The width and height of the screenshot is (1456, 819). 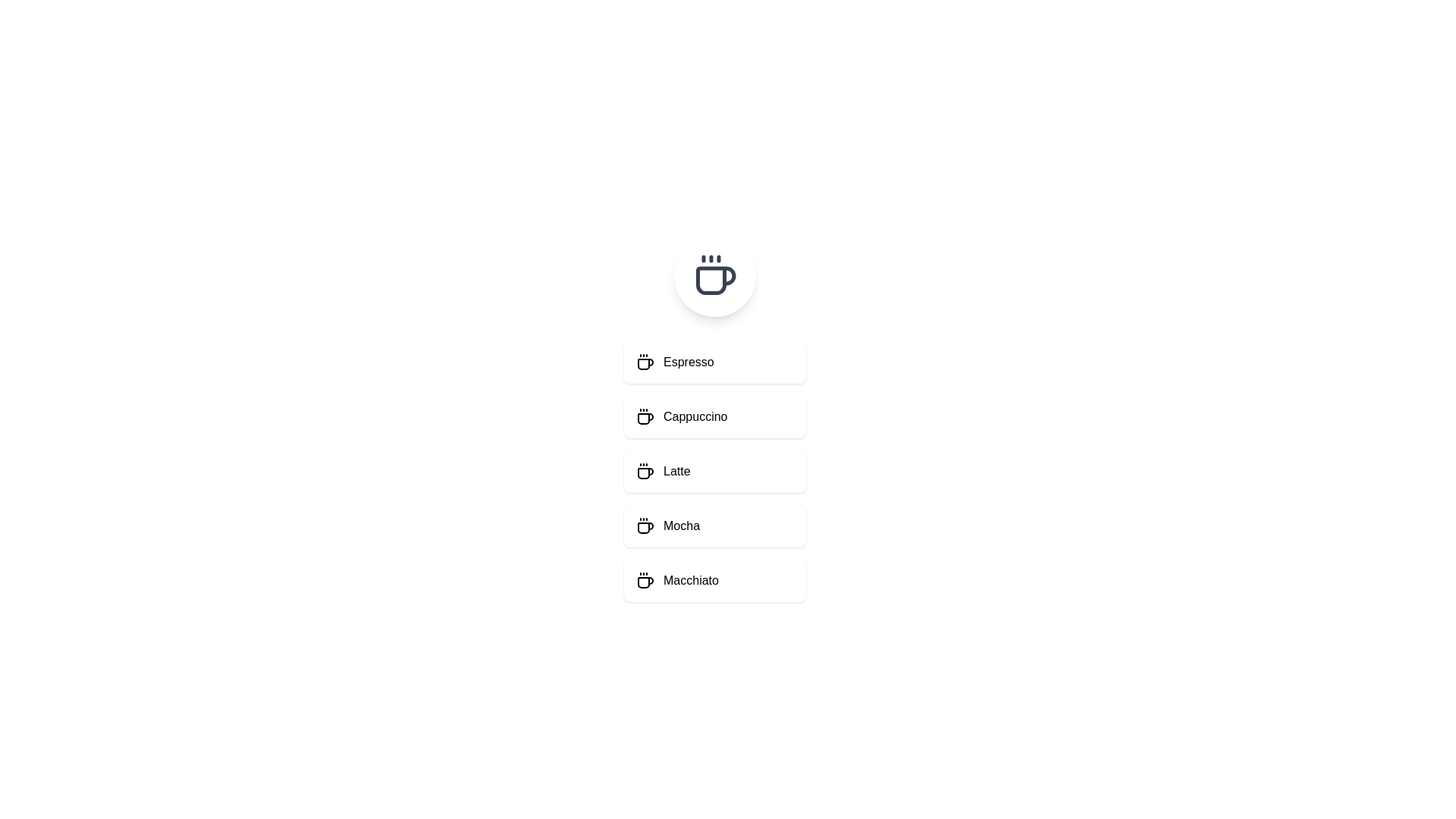 I want to click on the menu item Macchiato to select it, so click(x=714, y=580).